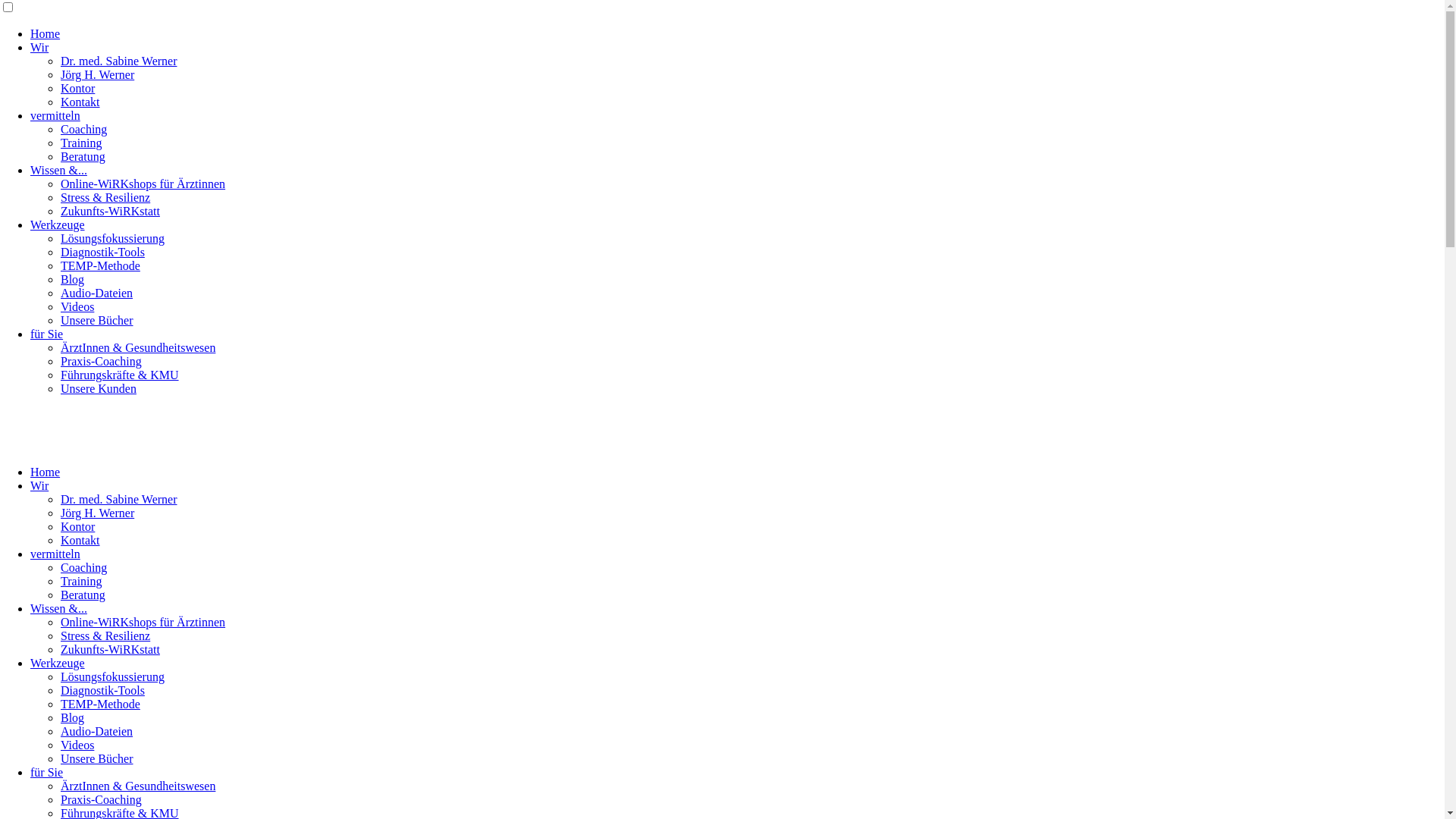  Describe the element at coordinates (55, 554) in the screenshot. I see `'vermitteln'` at that location.